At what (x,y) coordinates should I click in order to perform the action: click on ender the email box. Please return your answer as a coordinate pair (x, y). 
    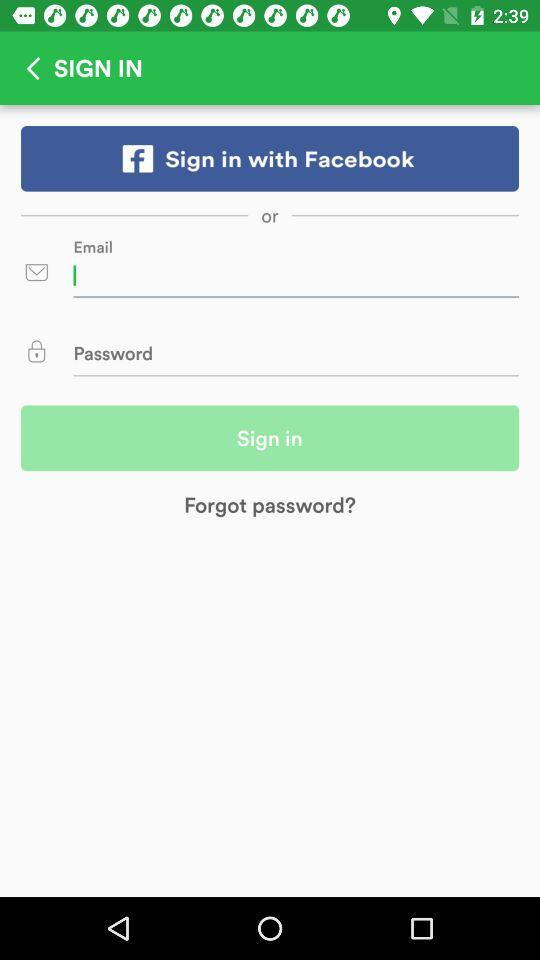
    Looking at the image, I should click on (295, 274).